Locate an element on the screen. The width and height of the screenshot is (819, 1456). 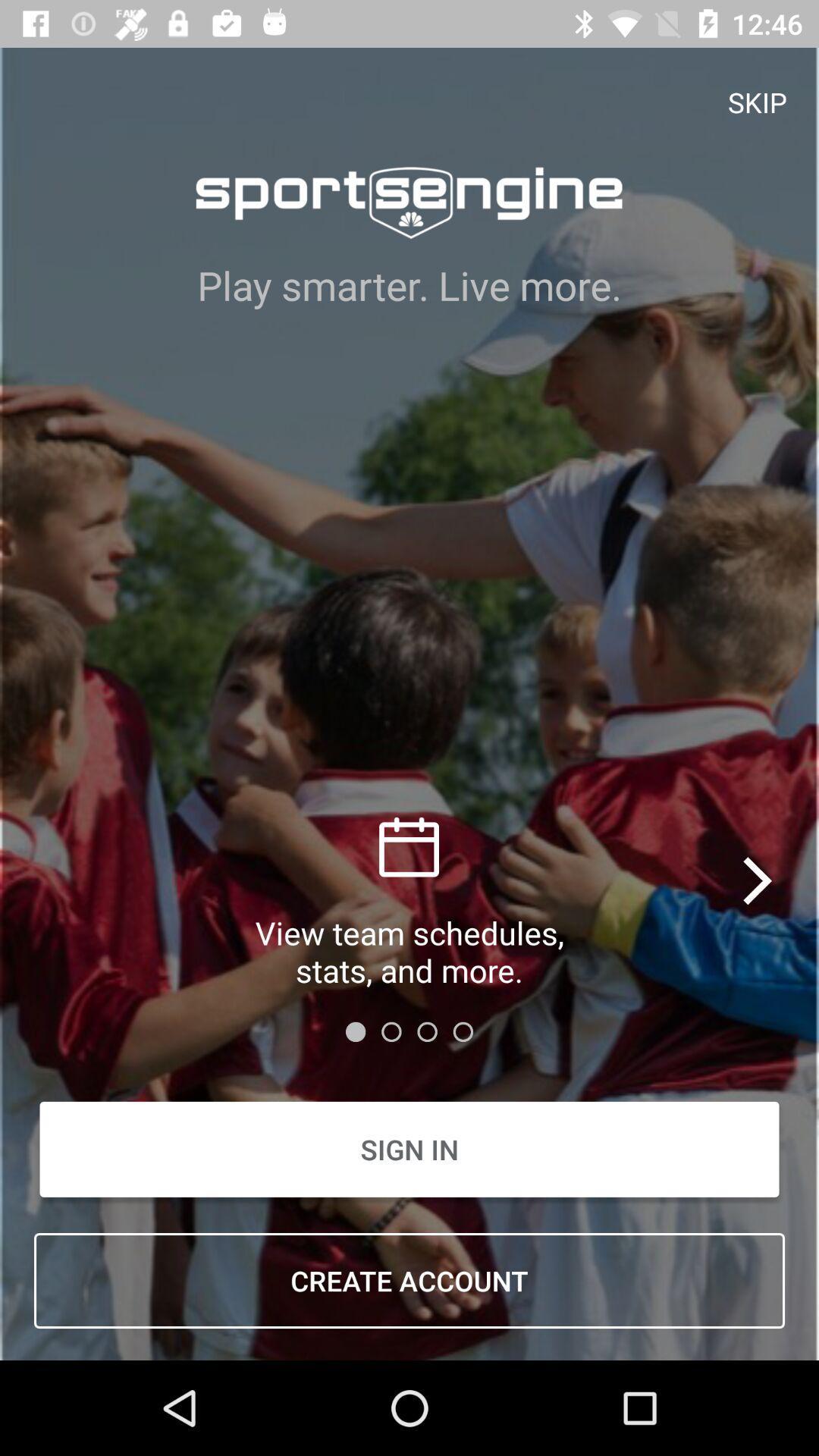
skip is located at coordinates (758, 101).